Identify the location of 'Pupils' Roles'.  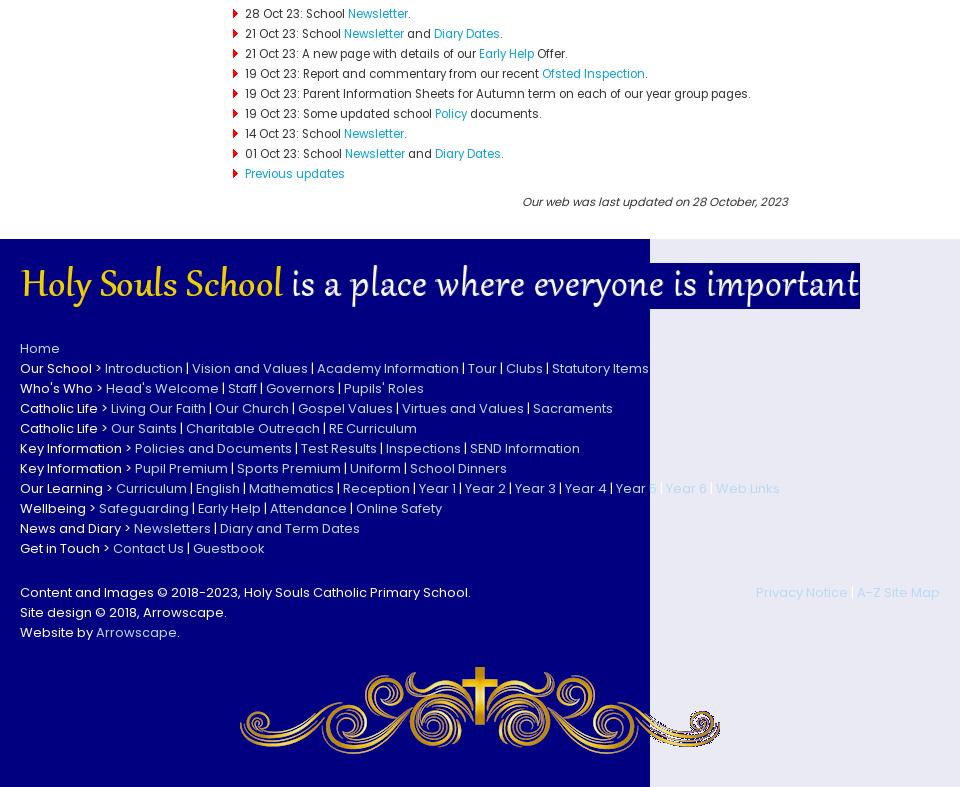
(383, 386).